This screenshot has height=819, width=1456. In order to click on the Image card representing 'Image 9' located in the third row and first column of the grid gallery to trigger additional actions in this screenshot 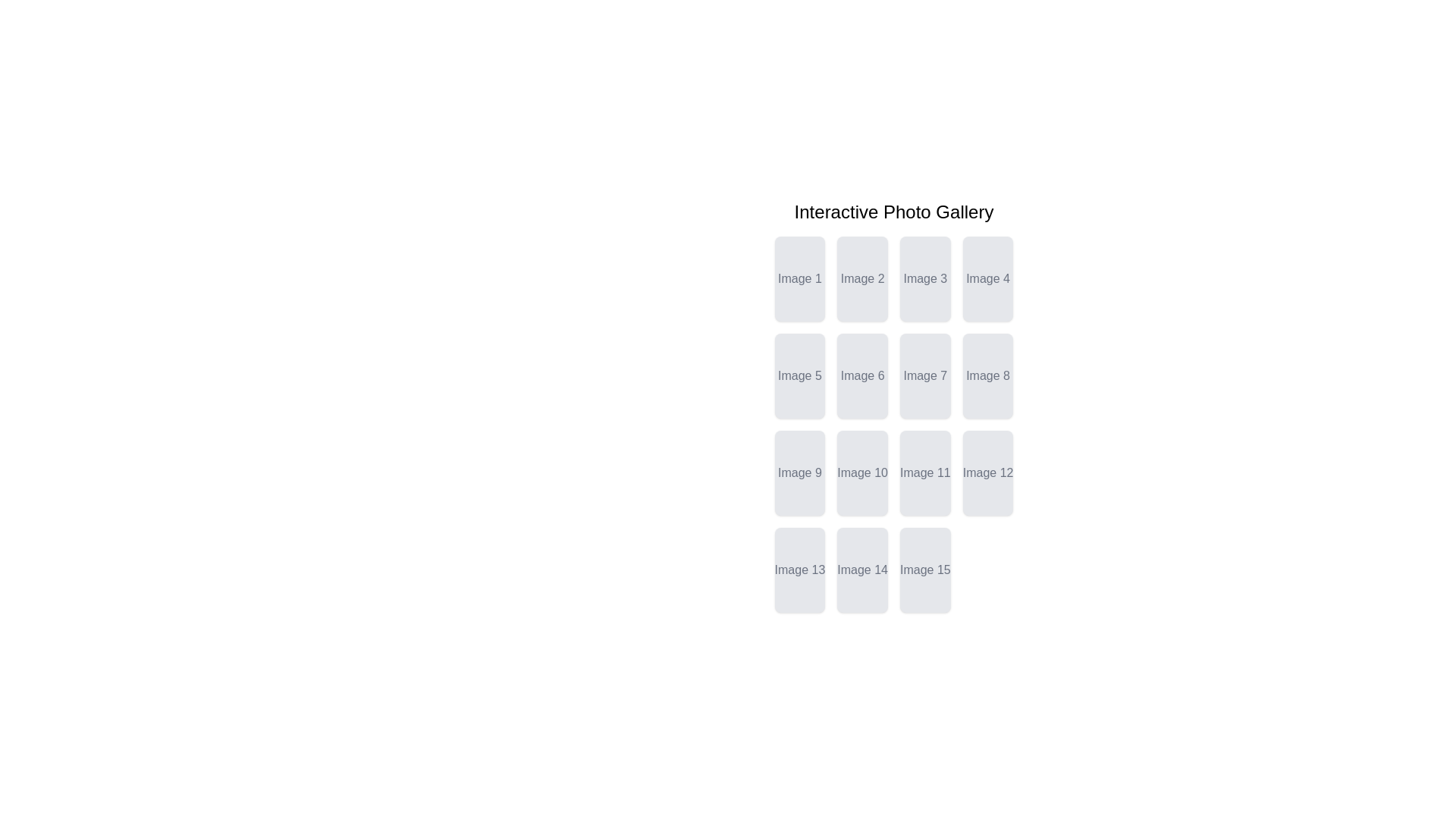, I will do `click(799, 472)`.